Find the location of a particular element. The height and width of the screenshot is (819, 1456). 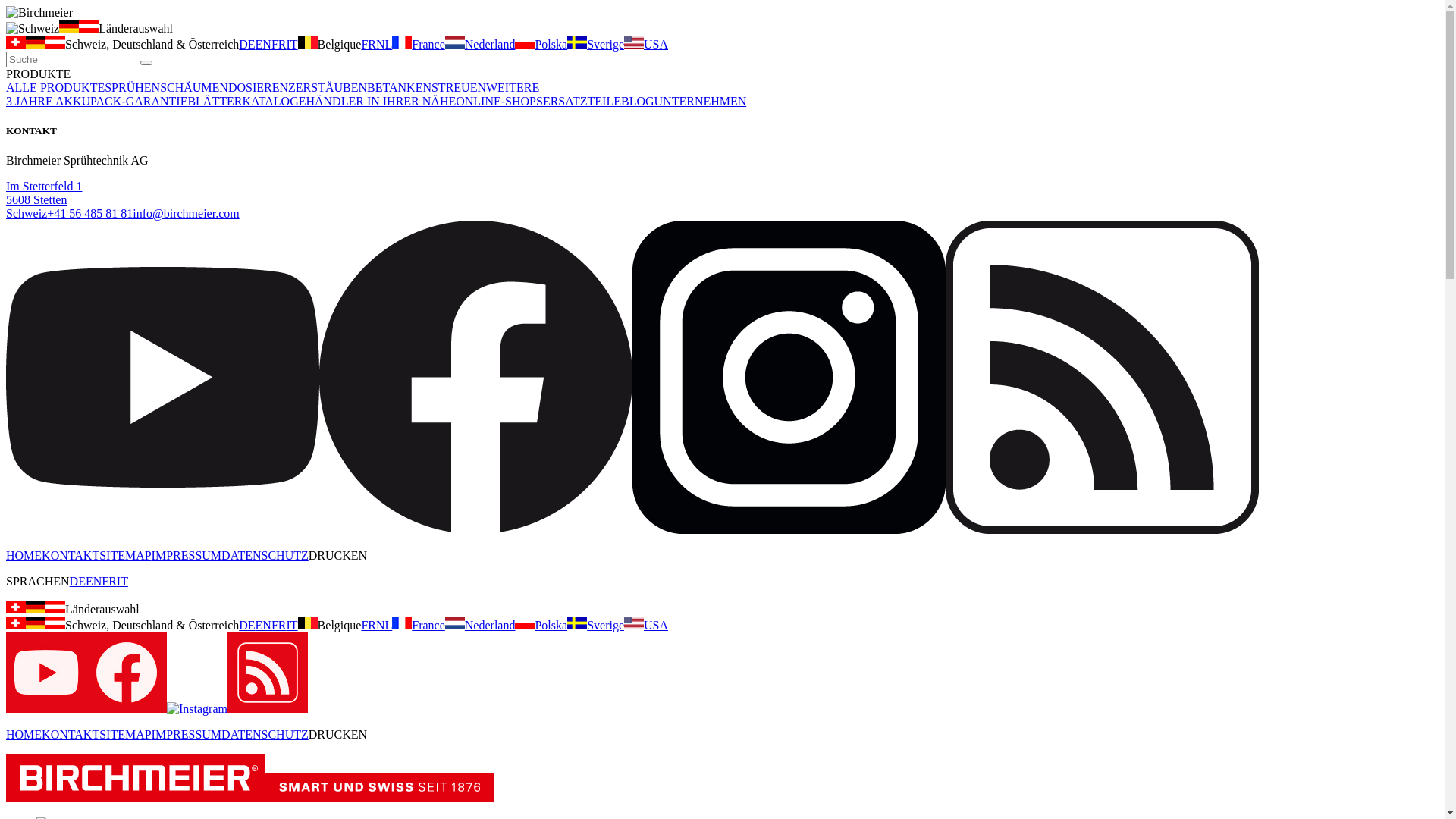

'ERSATZTEILE' is located at coordinates (581, 101).